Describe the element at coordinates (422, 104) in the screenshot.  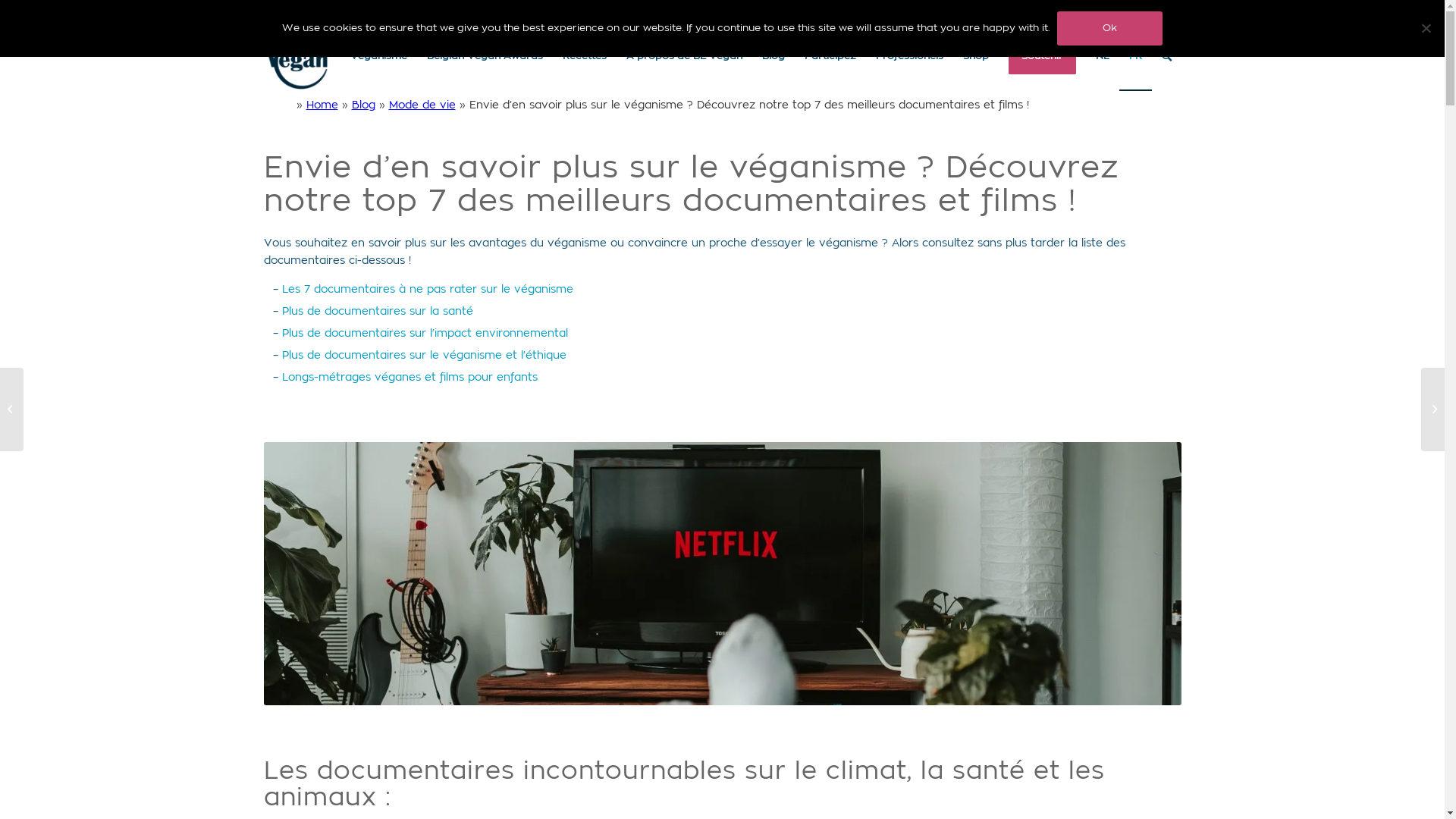
I see `'Mode de vie'` at that location.